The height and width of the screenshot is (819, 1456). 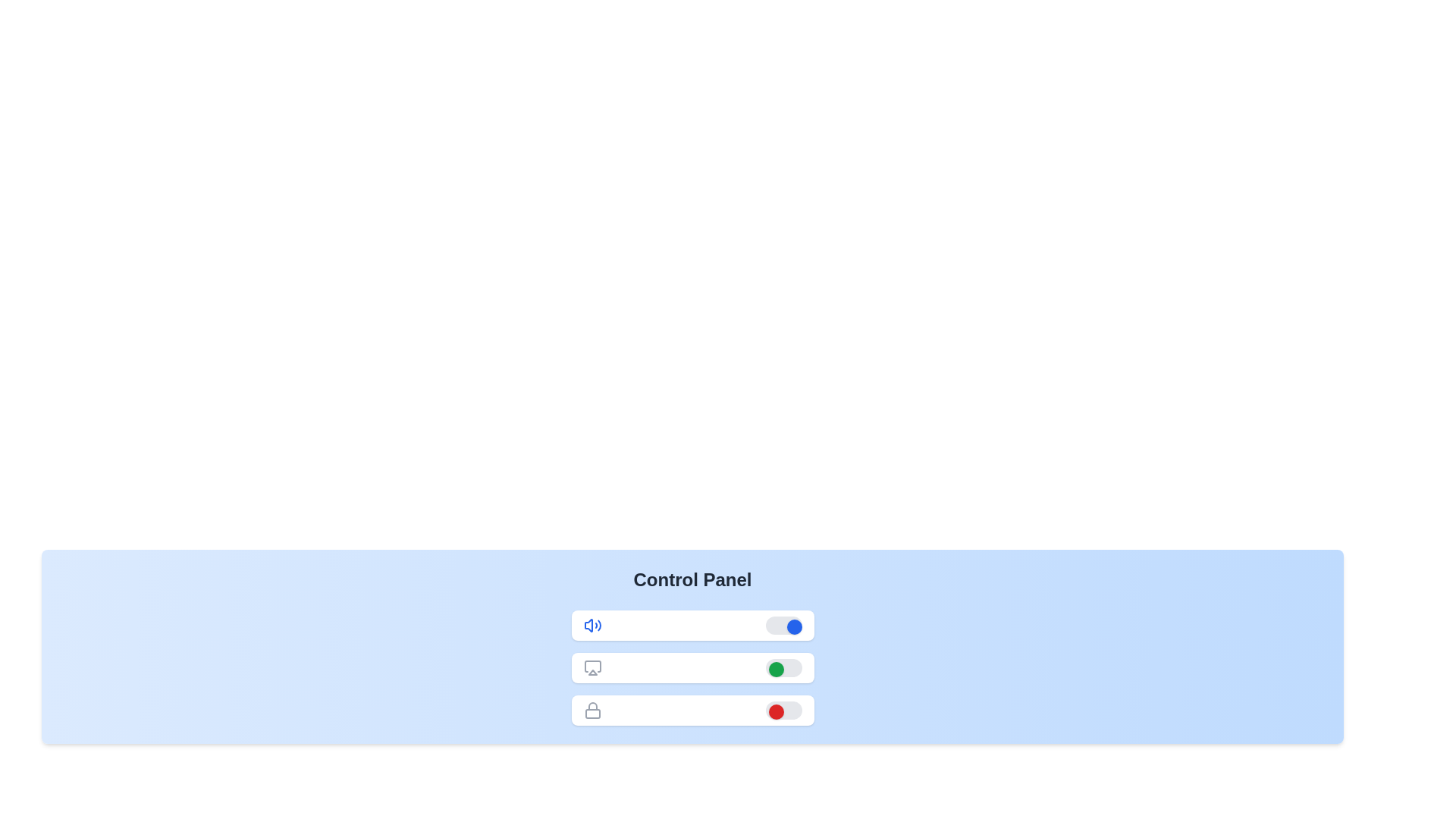 I want to click on the green circular handle of the toggle switch located on the right side of the second control row to switch its state from active to inactive, so click(x=783, y=667).